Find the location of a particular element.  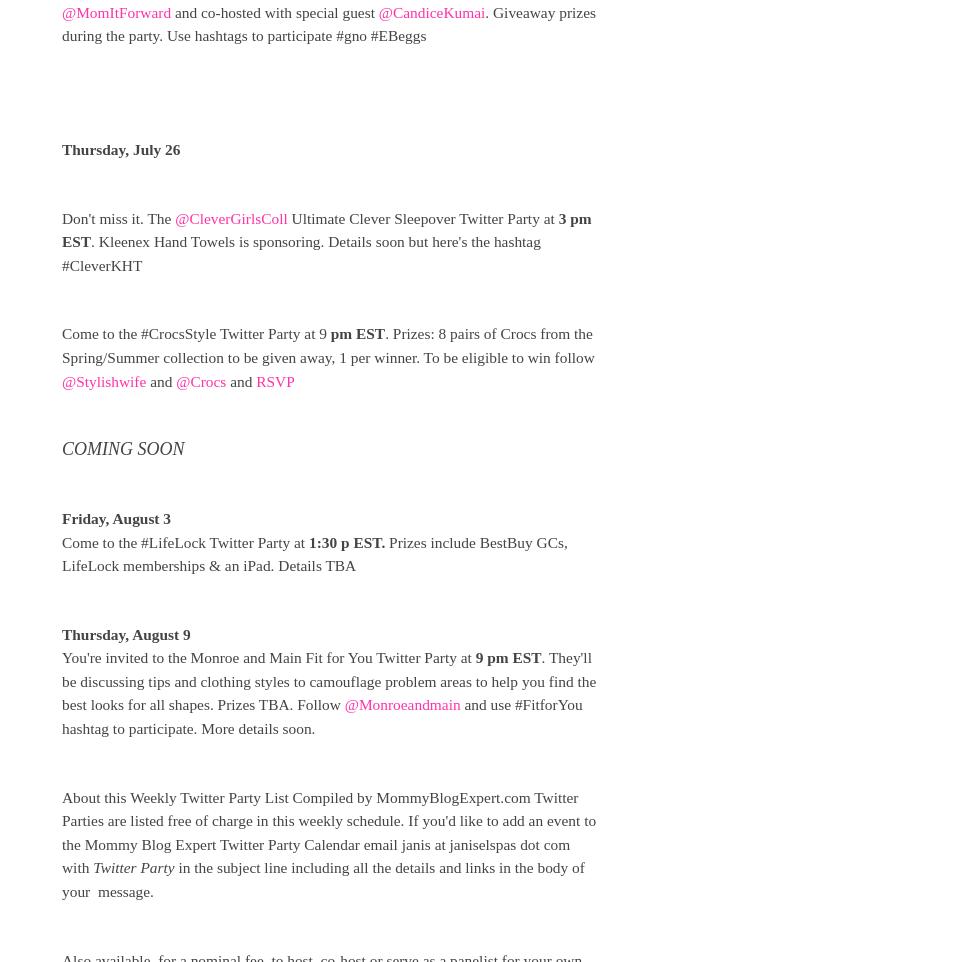

'Thursday, August 9' is located at coordinates (125, 633).